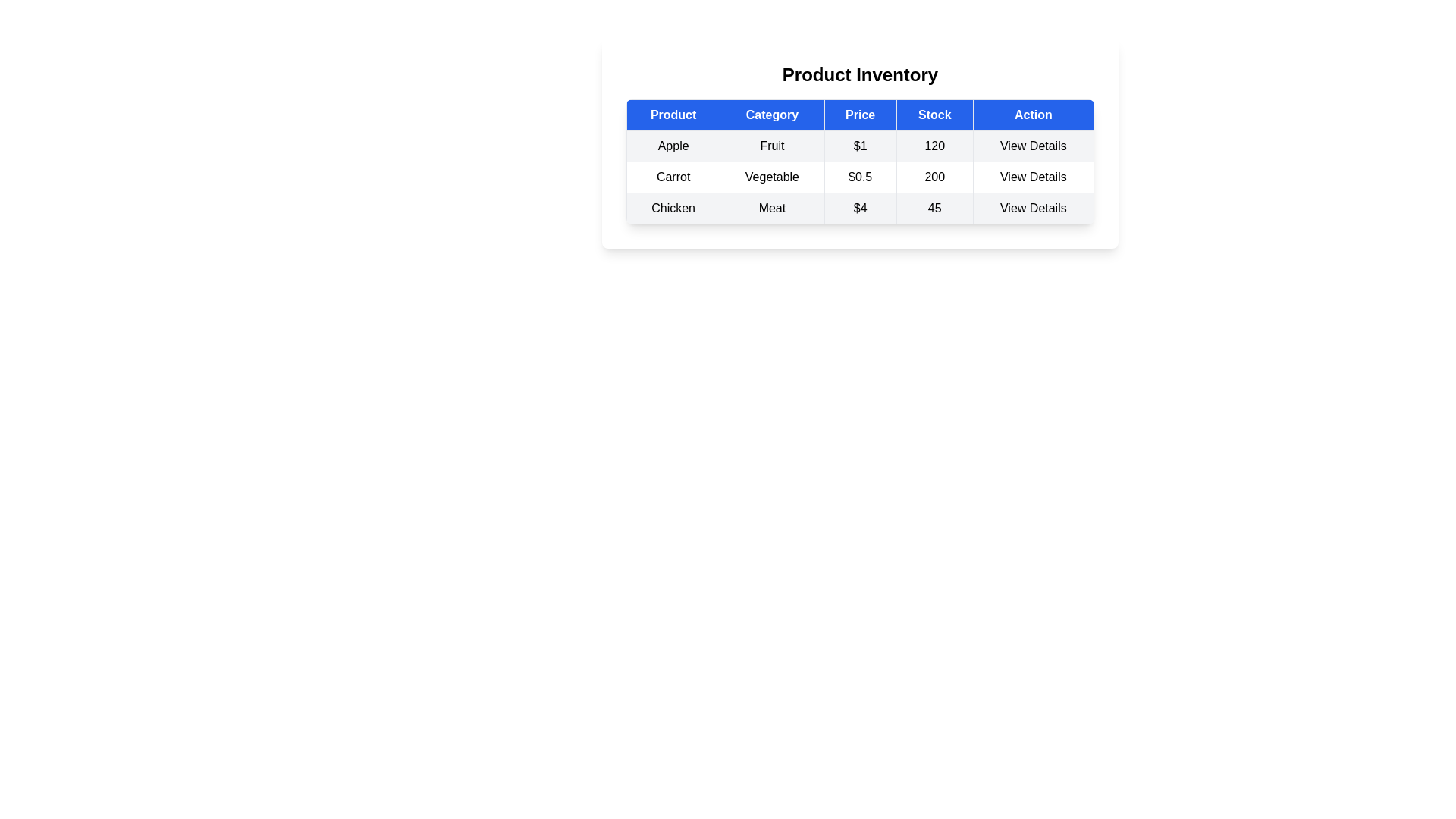 The image size is (1456, 819). What do you see at coordinates (934, 114) in the screenshot?
I see `the column header Stock to inspect it` at bounding box center [934, 114].